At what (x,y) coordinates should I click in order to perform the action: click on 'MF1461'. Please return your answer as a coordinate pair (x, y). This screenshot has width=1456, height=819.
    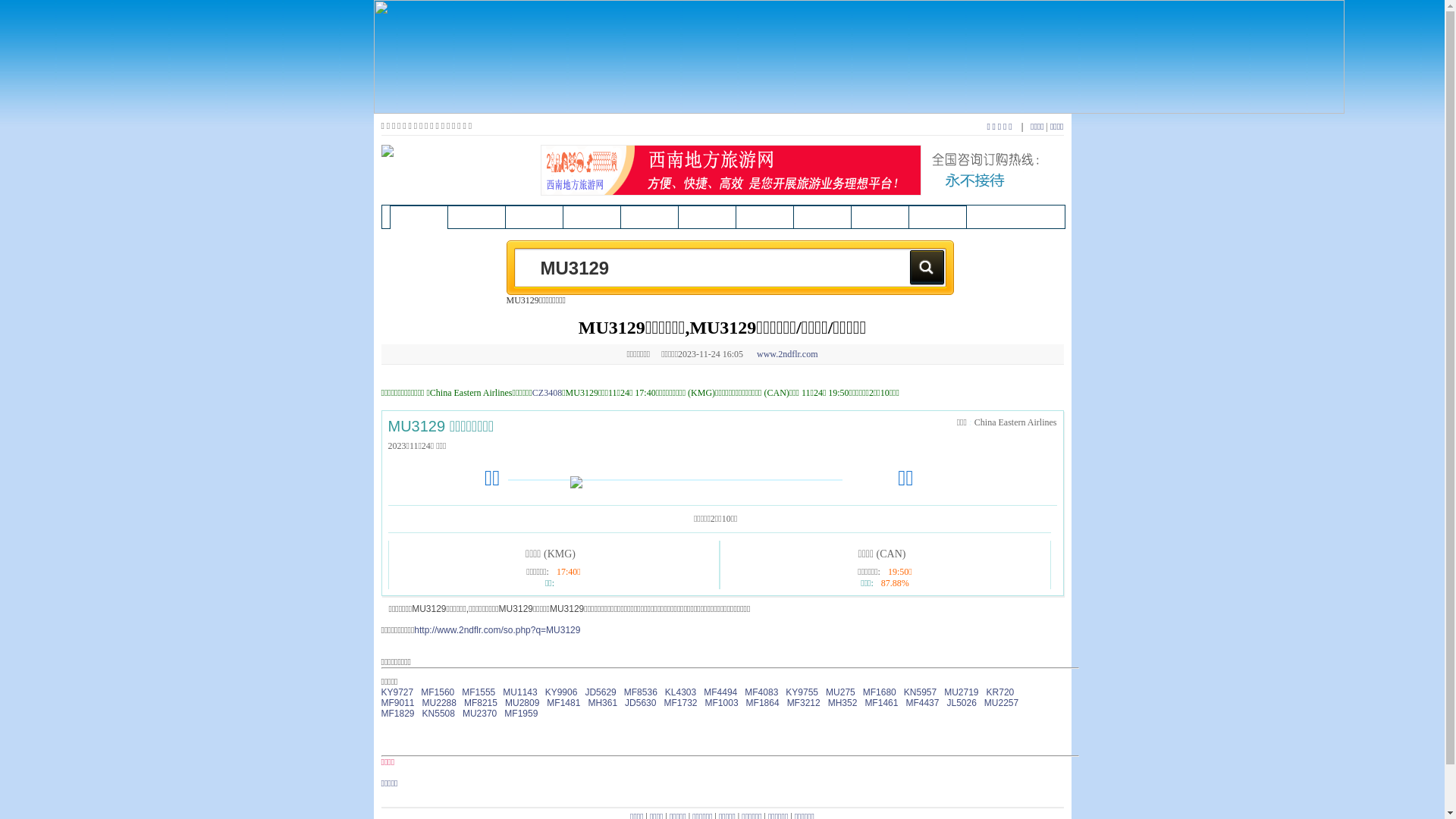
    Looking at the image, I should click on (880, 702).